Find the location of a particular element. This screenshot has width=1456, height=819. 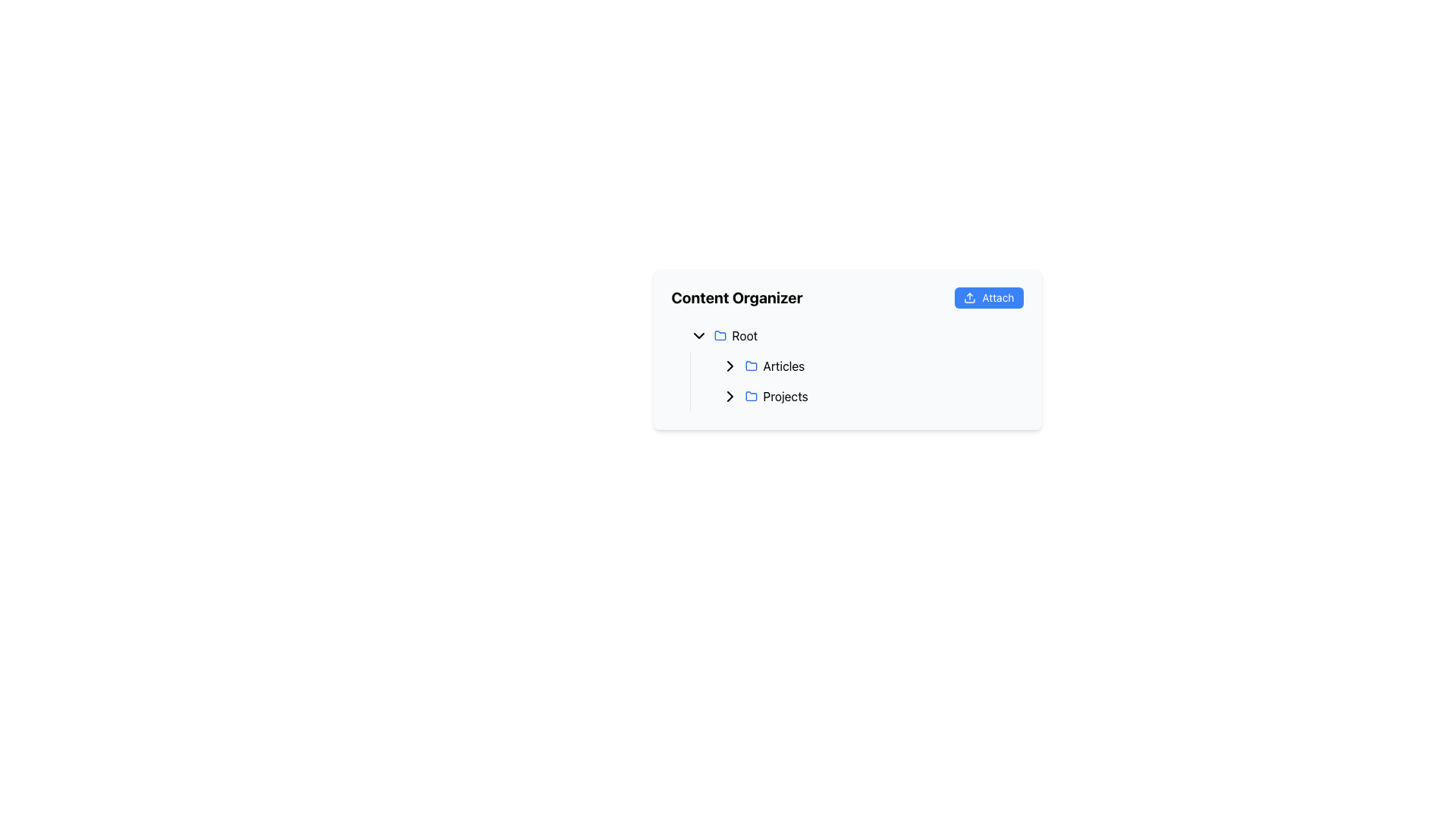

the blue folder icon located to the left of the 'Root' label is located at coordinates (719, 334).